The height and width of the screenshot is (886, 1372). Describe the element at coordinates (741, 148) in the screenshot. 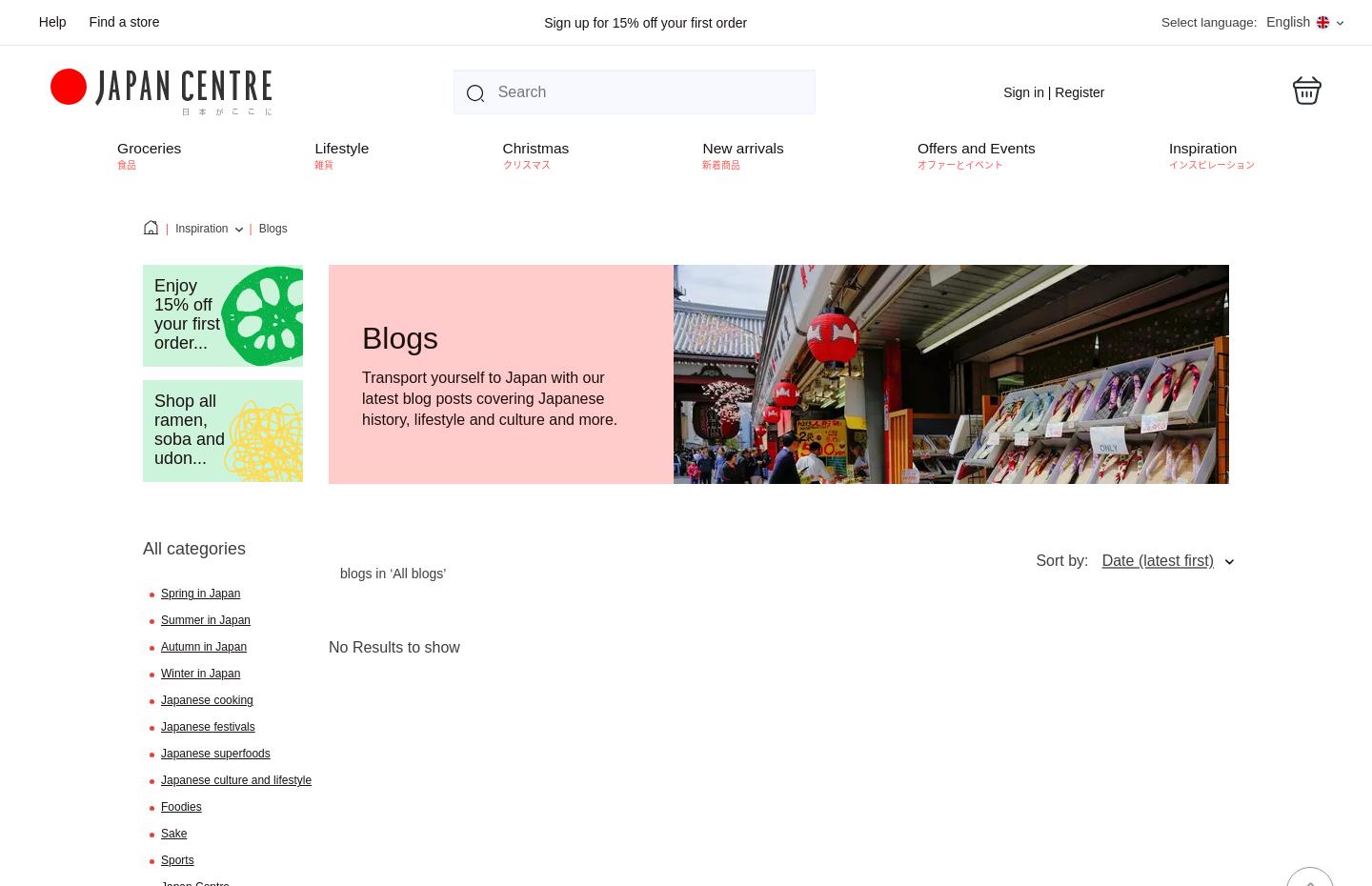

I see `'New arrivals'` at that location.